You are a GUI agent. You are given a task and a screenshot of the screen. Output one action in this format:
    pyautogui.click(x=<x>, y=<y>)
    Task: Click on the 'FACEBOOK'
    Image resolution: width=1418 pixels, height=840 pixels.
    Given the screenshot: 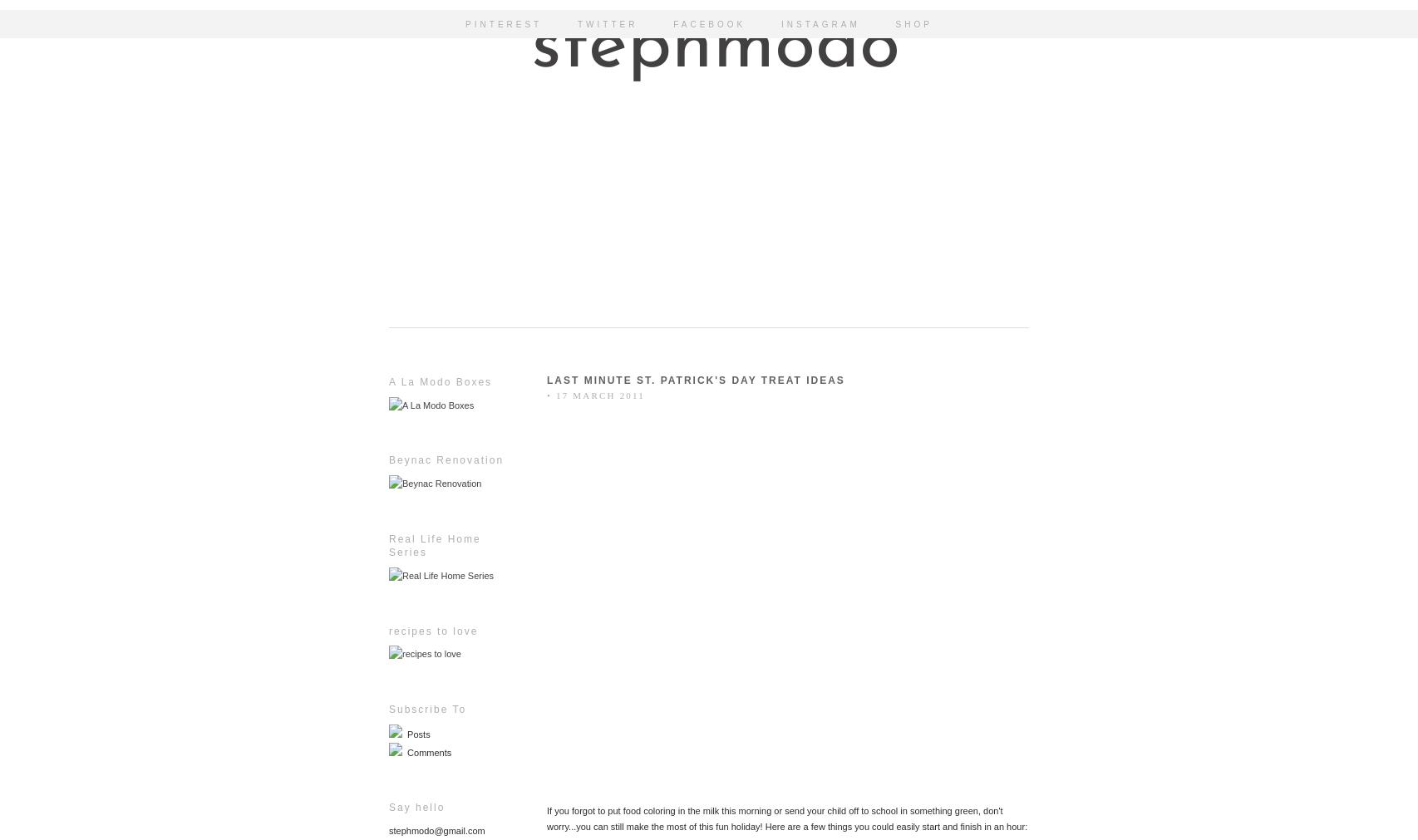 What is the action you would take?
    pyautogui.click(x=709, y=23)
    